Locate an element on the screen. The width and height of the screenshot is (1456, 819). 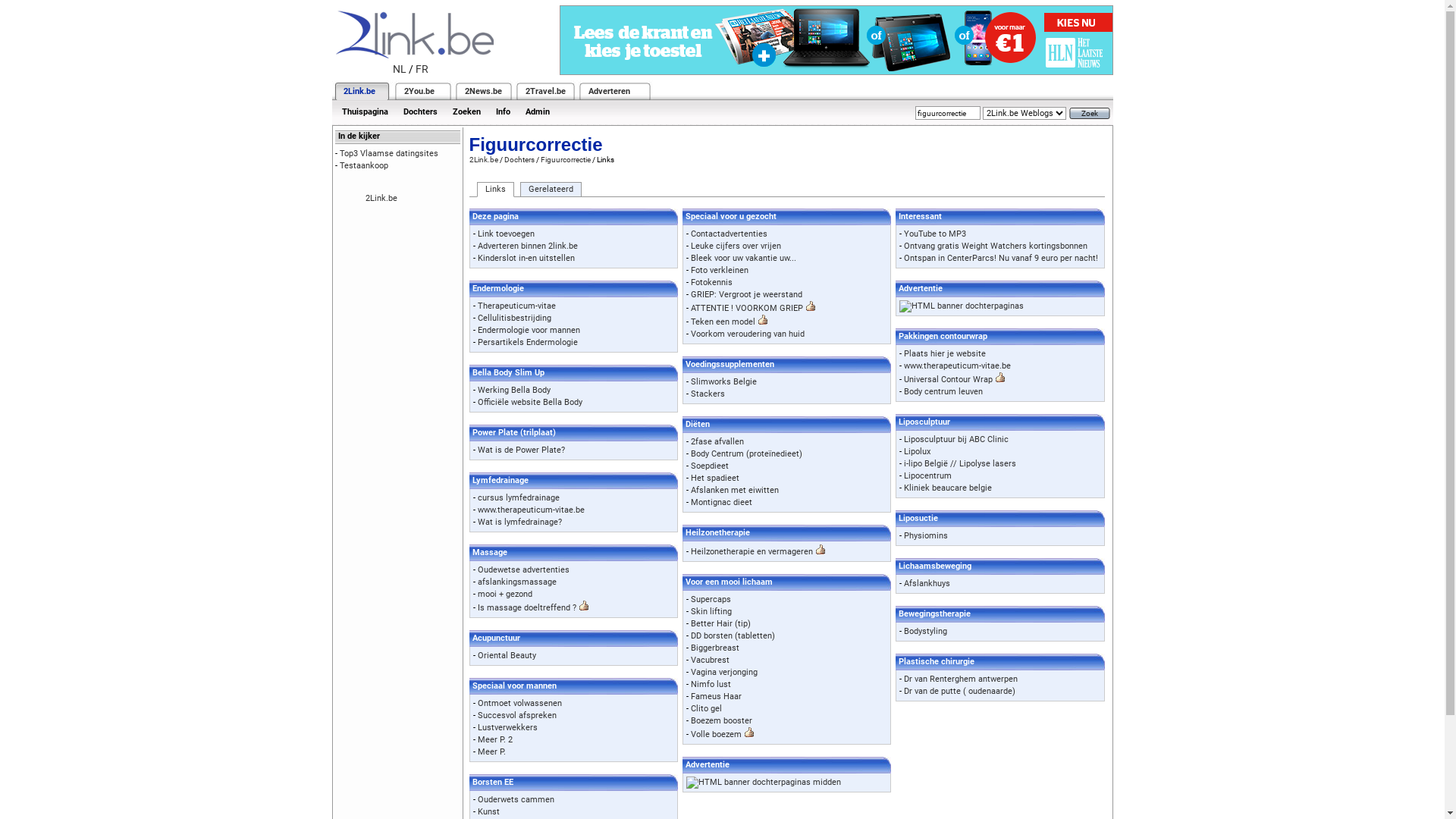
'Ontspan in CenterParcs! Nu vanaf 9 euro per nacht!' is located at coordinates (903, 257).